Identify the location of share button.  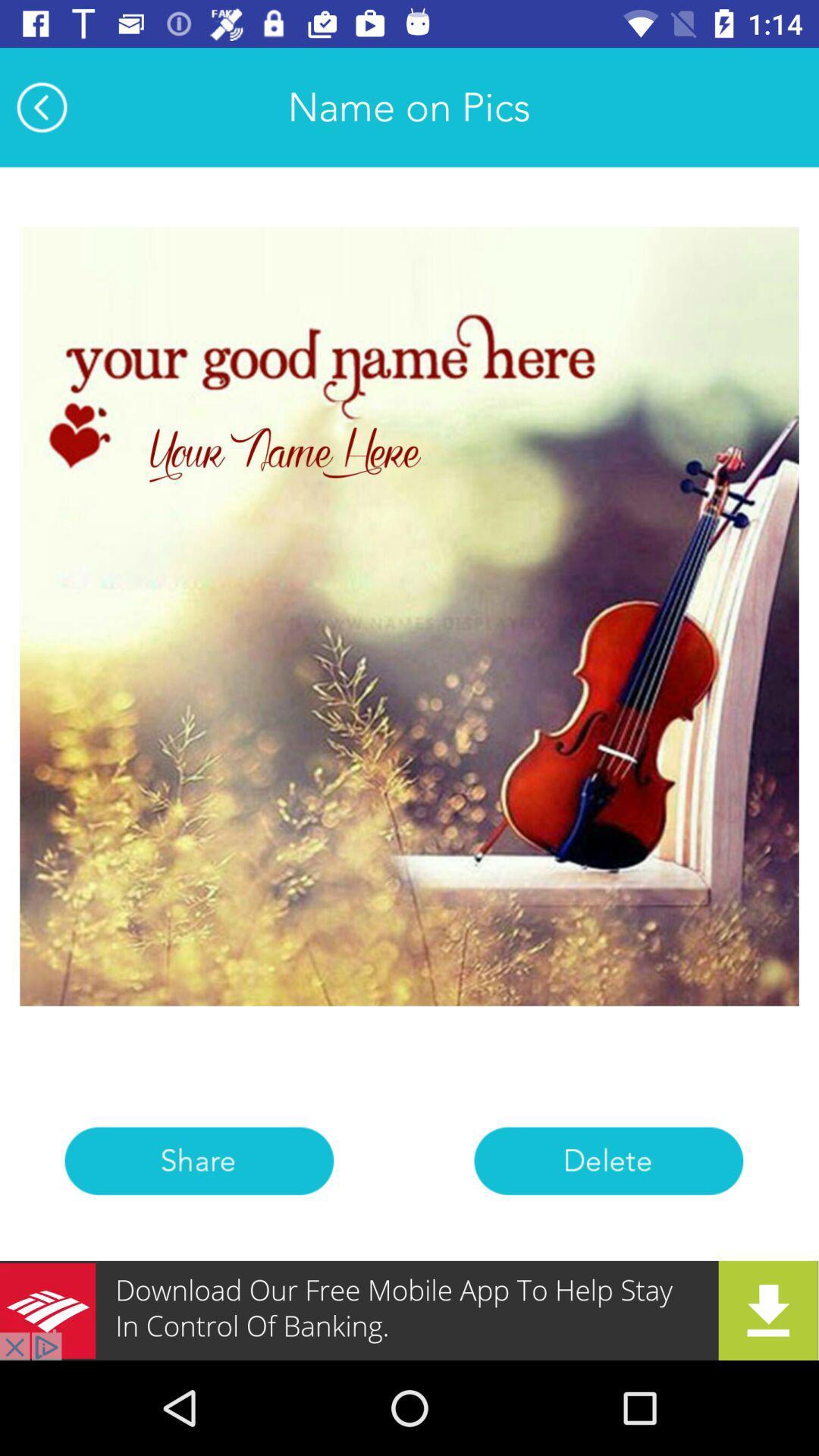
(198, 1160).